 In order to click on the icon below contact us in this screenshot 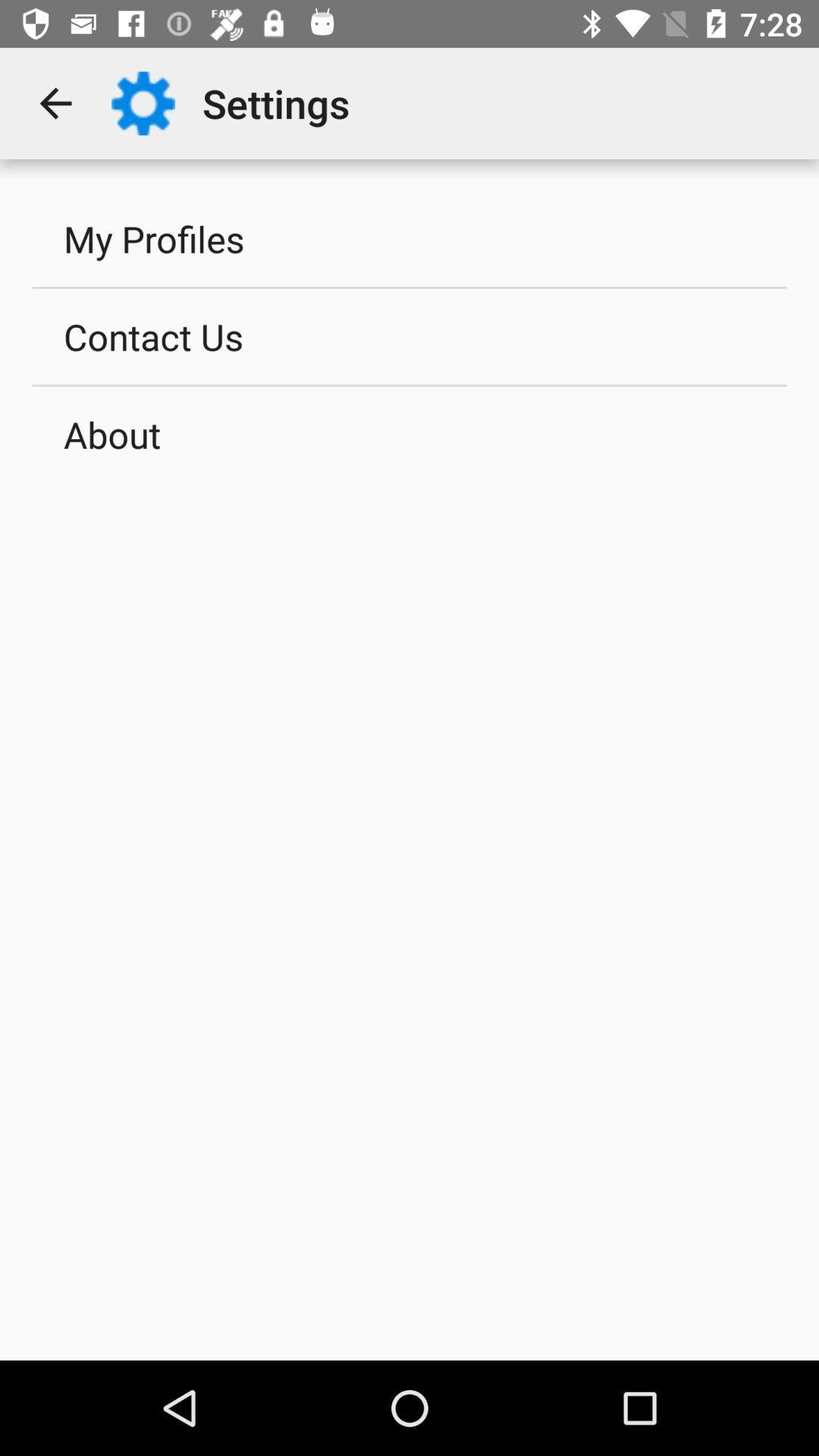, I will do `click(409, 433)`.